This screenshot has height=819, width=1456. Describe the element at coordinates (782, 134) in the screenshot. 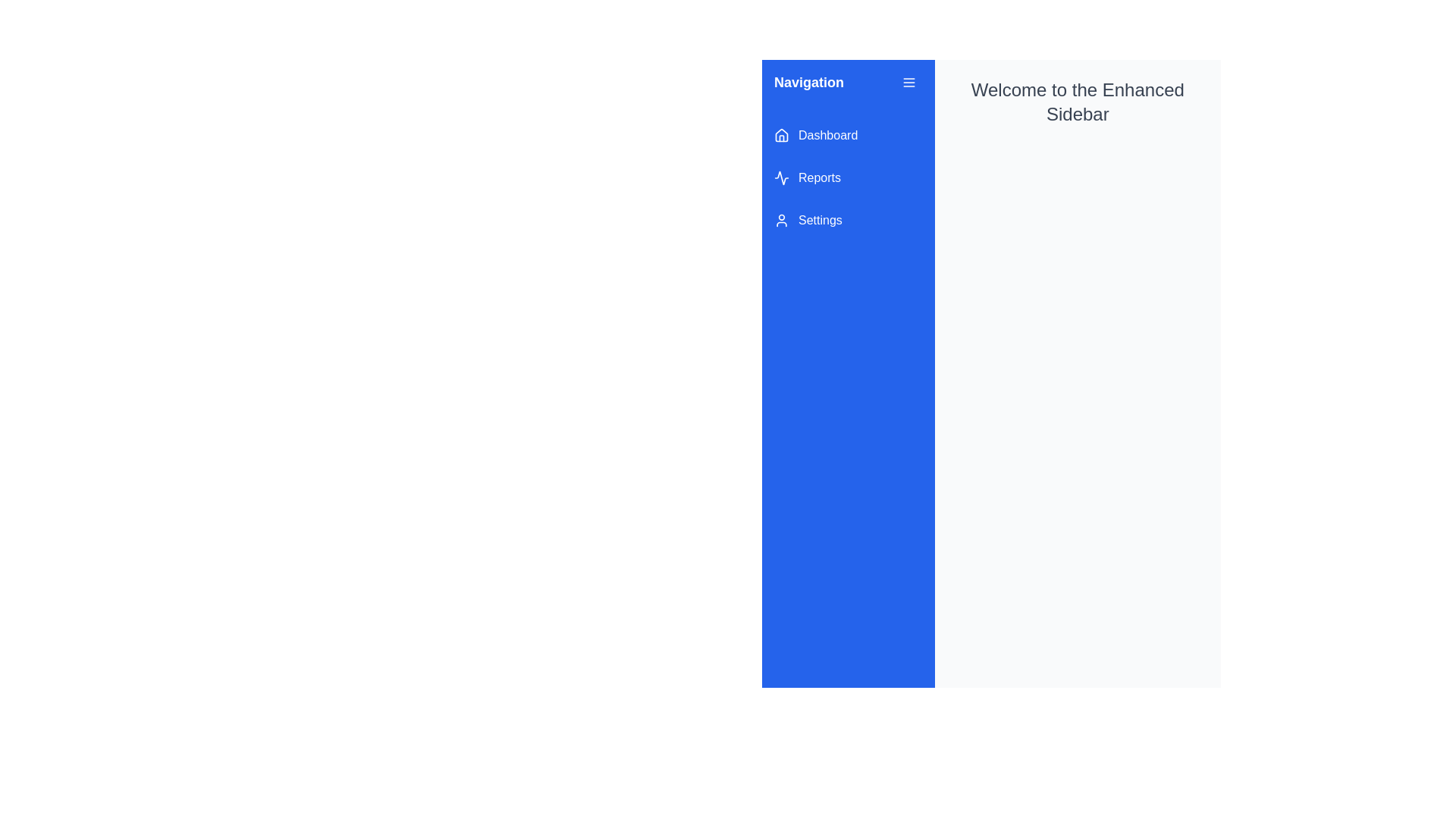

I see `the house icon with a blue background and white stroke lines located next to the 'Dashboard' text in the sidebar` at that location.